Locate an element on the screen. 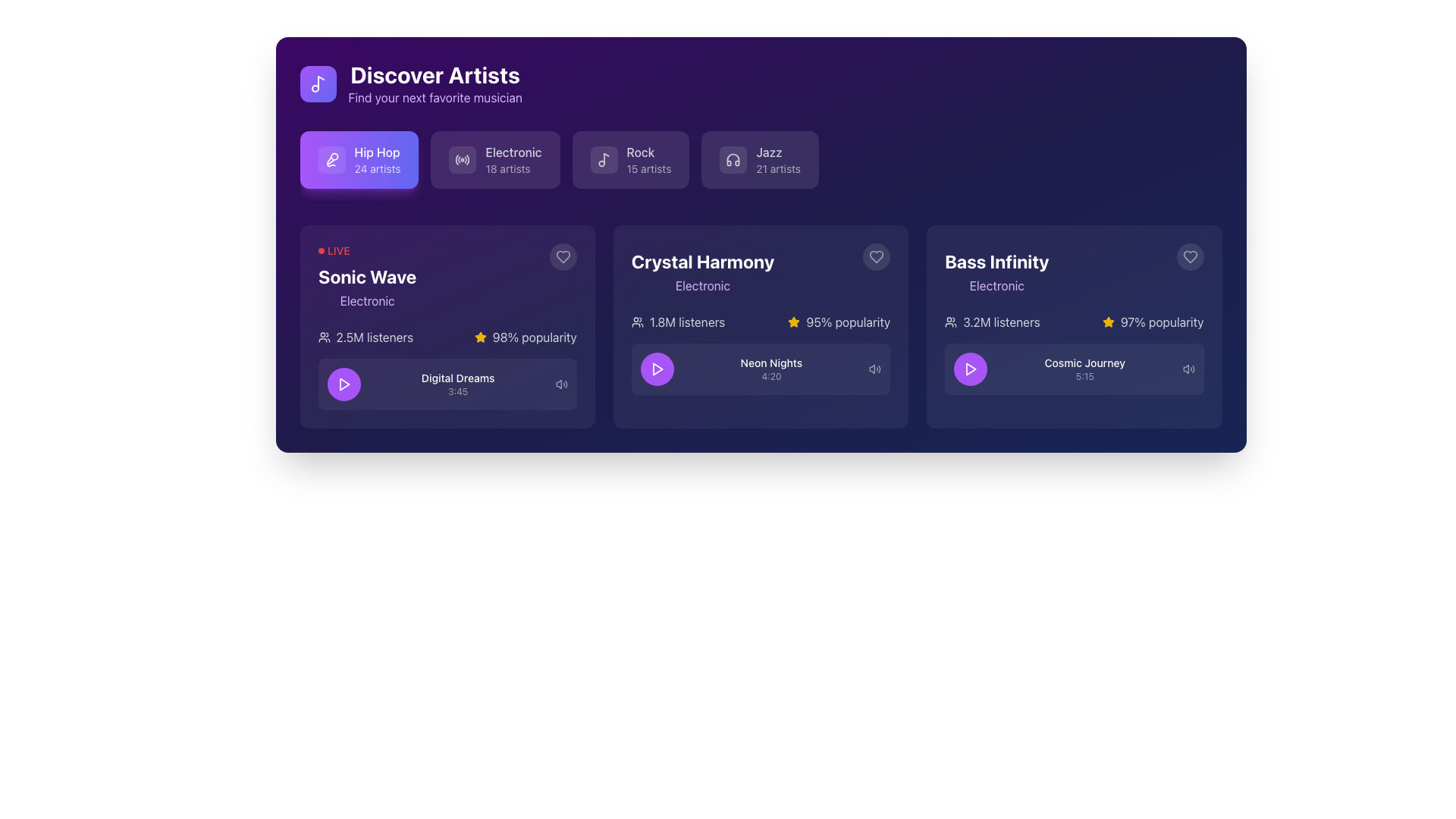 This screenshot has width=1456, height=819. the star icon that visually conveys a rating of 95% popularity, located in the 'Crystal Harmony' card in the second column, adjacent to the popularity percentage text is located at coordinates (793, 321).